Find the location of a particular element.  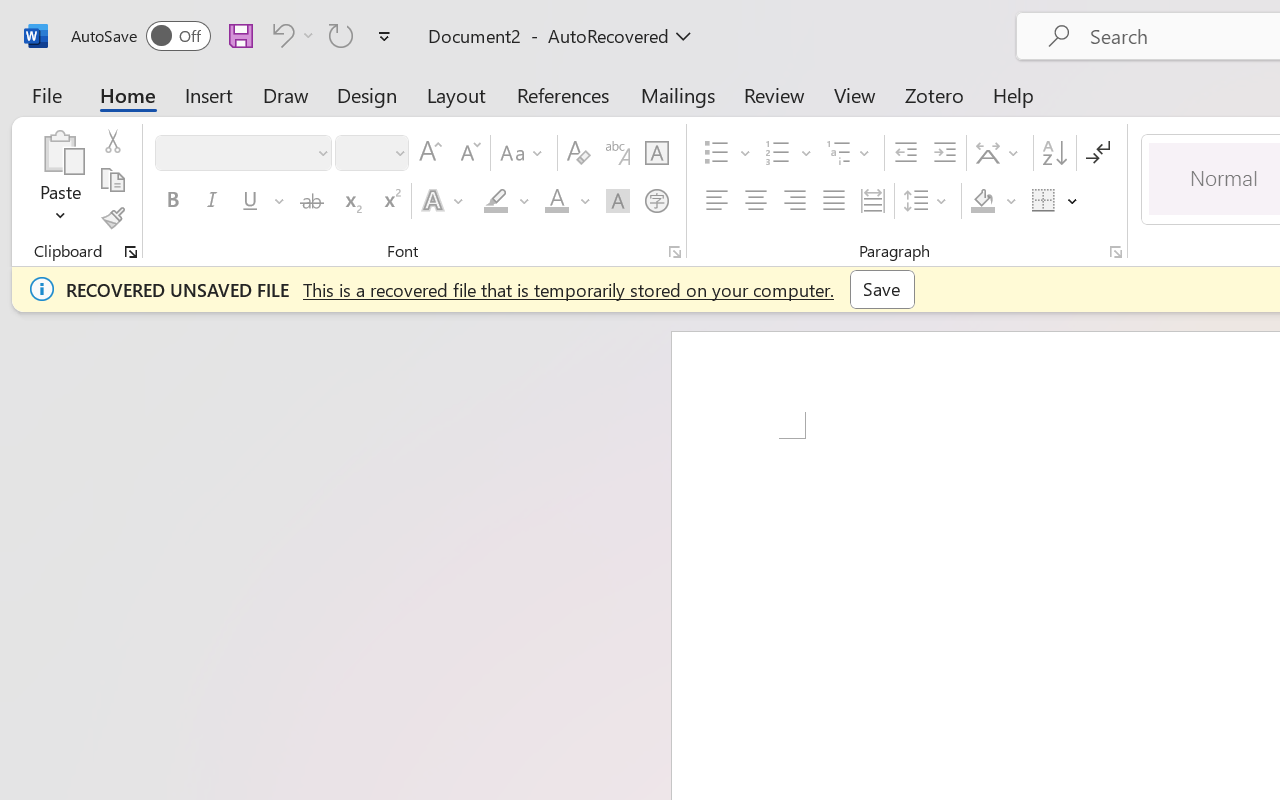

'Center' is located at coordinates (755, 201).